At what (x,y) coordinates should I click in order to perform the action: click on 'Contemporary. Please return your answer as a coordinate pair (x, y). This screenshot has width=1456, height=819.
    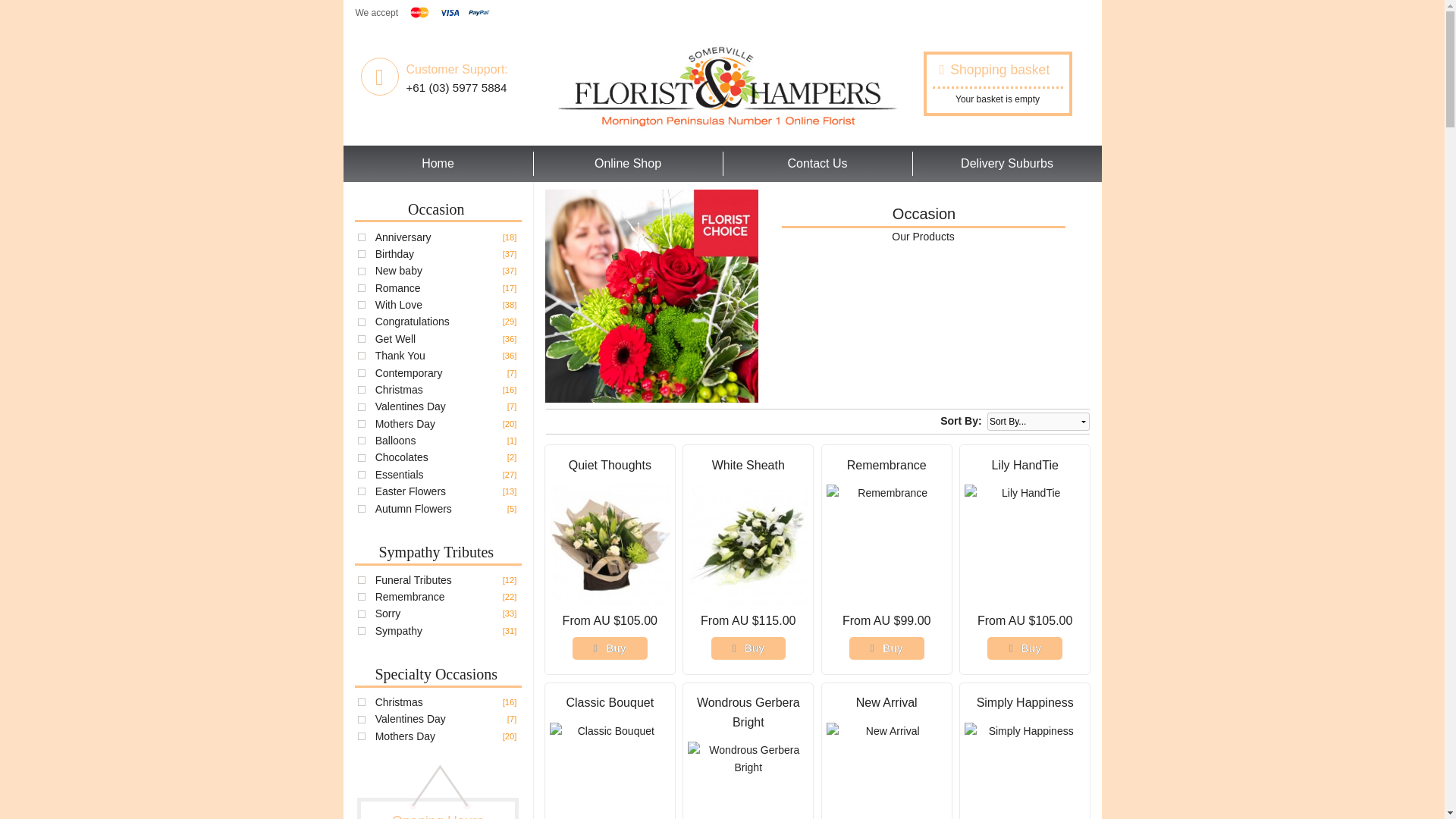
    Looking at the image, I should click on (409, 373).